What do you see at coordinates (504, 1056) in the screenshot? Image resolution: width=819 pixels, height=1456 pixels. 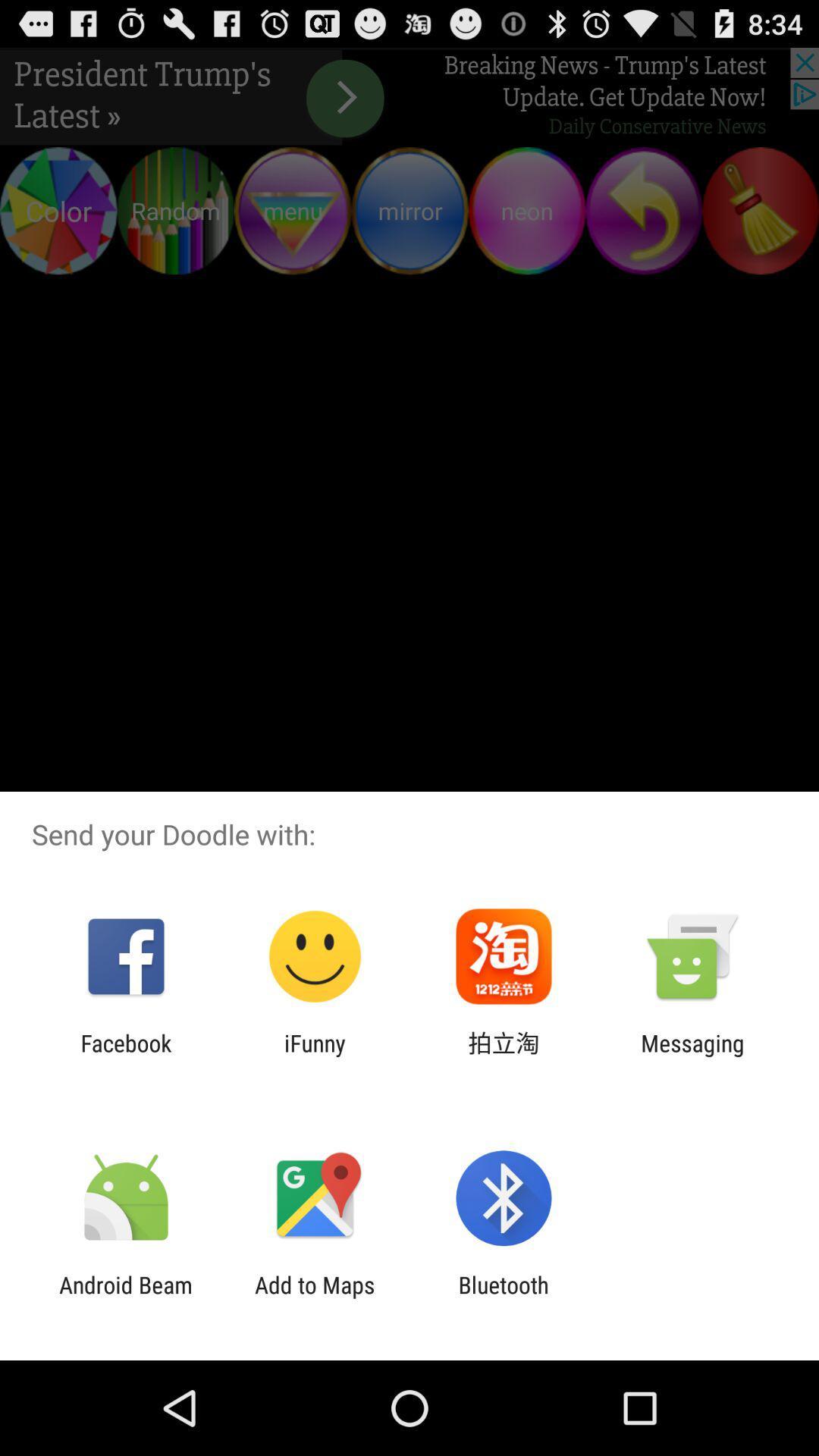 I see `the app to the right of ifunny icon` at bounding box center [504, 1056].